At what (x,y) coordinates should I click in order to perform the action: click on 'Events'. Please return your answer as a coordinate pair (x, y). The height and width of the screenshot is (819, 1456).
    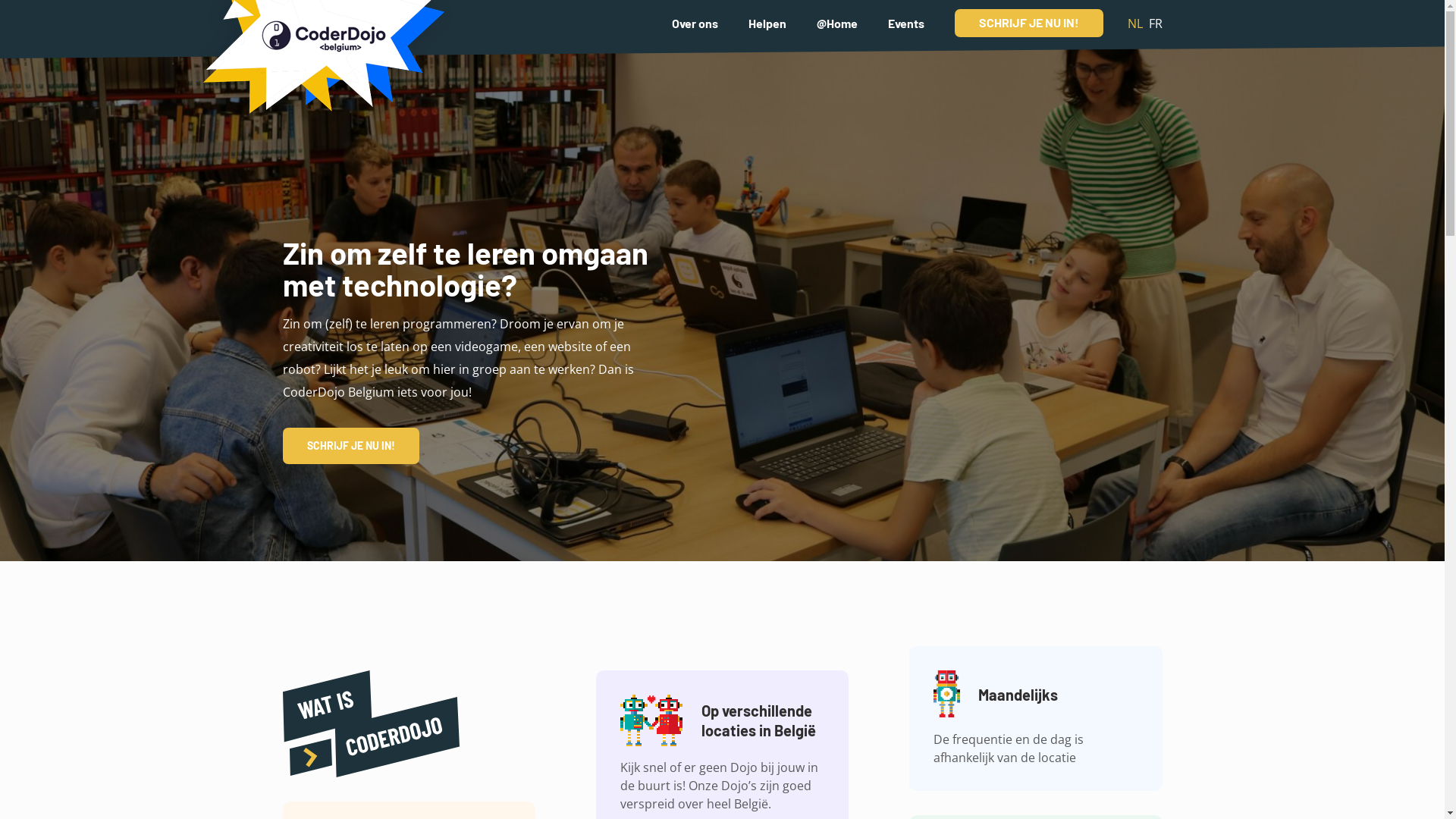
    Looking at the image, I should click on (905, 22).